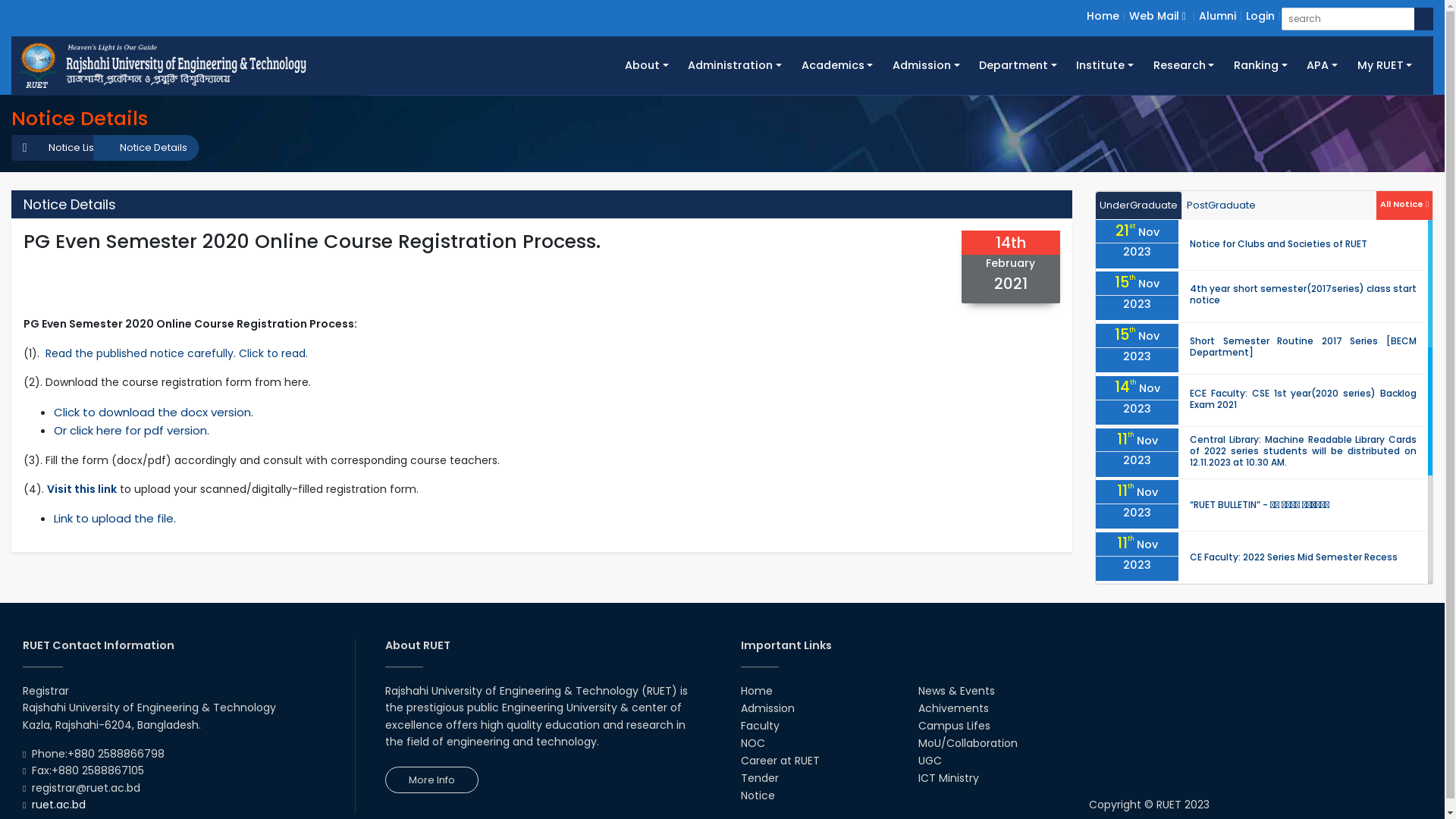 The width and height of the screenshot is (1456, 819). Describe the element at coordinates (739, 724) in the screenshot. I see `'Faculty'` at that location.